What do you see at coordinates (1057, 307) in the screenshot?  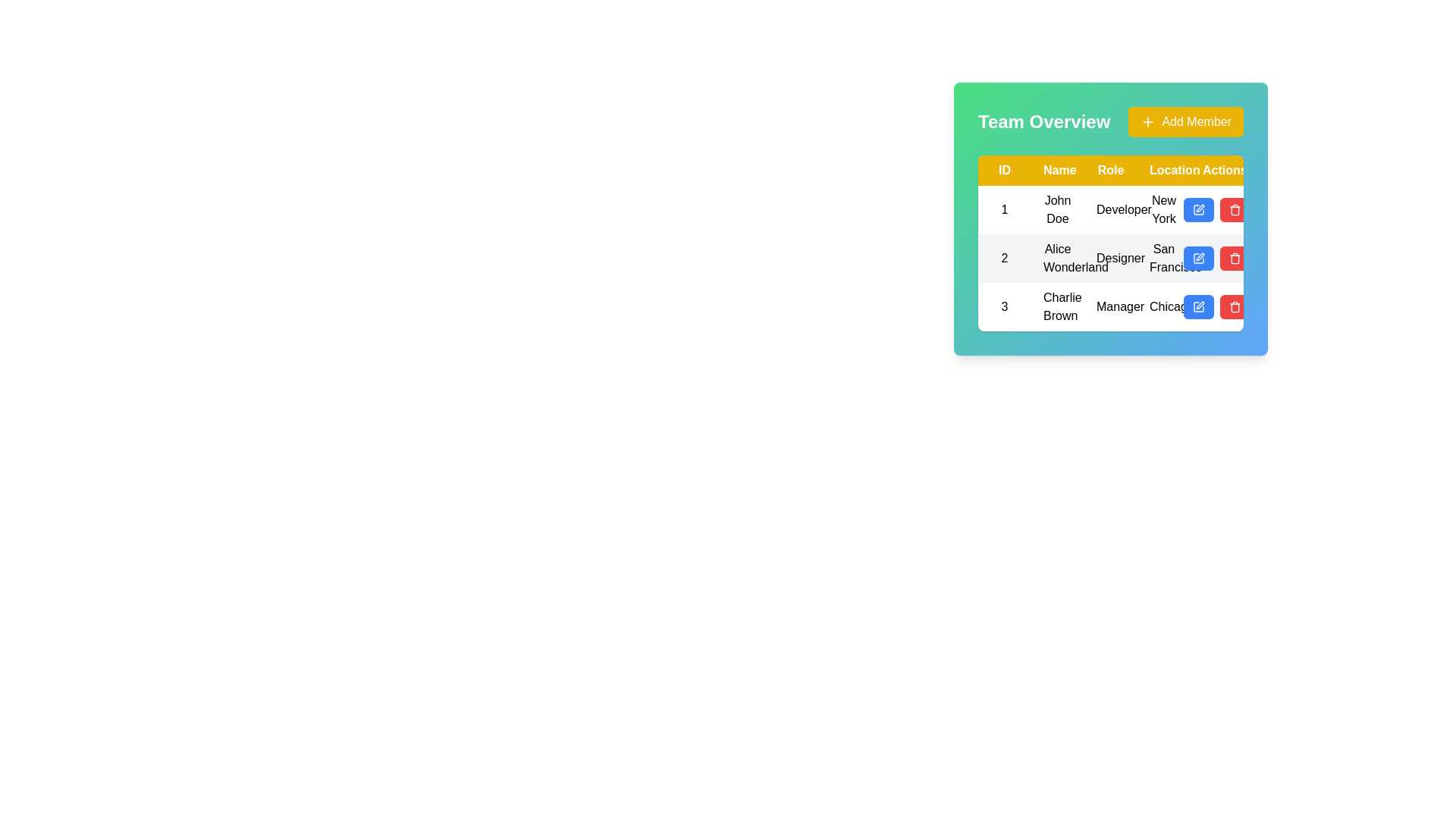 I see `the name field in the third row of the 'Team Overview' table, which displays the individual's name` at bounding box center [1057, 307].